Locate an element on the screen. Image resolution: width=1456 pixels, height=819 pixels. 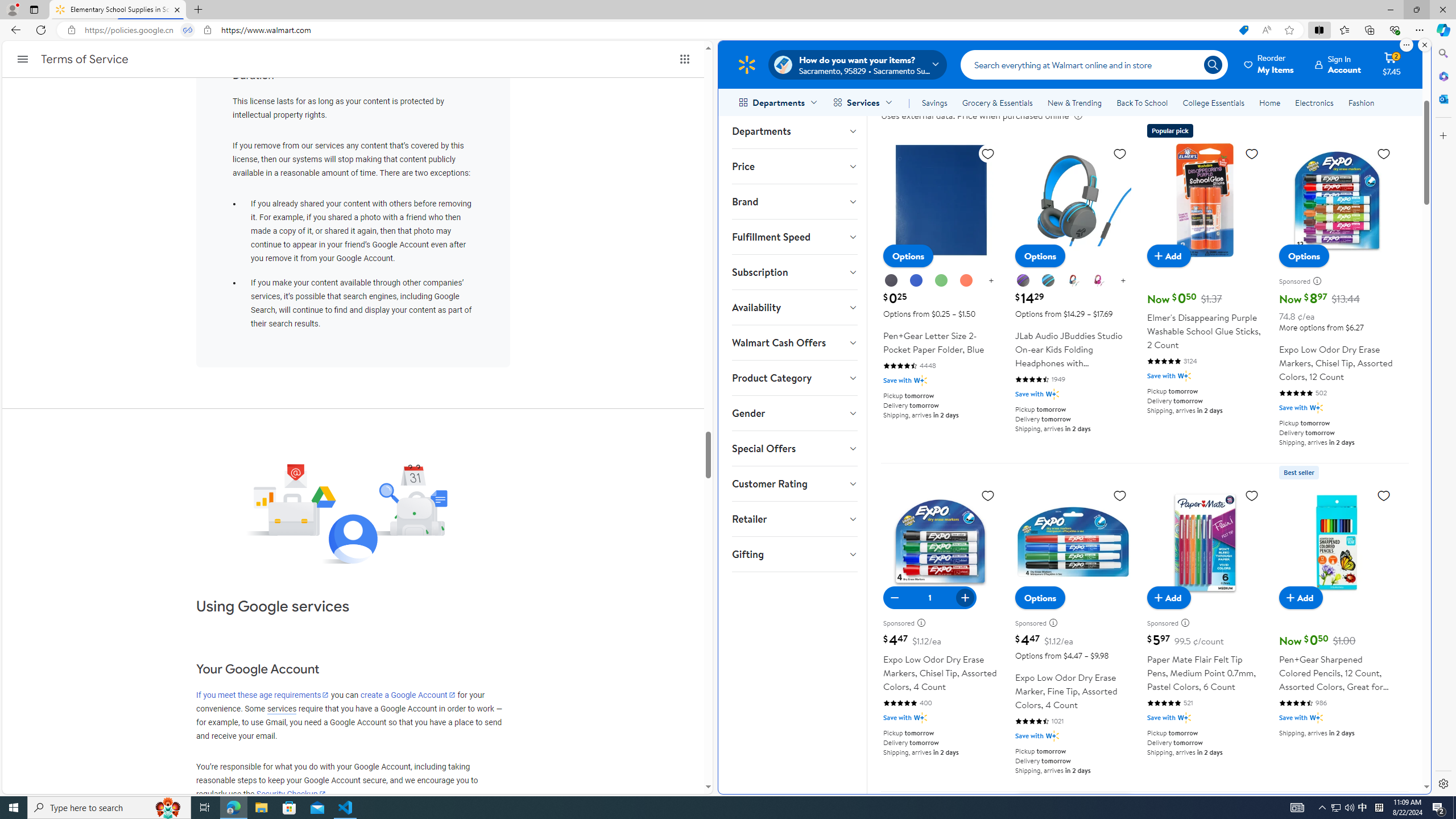
'Departments' is located at coordinates (793, 130).